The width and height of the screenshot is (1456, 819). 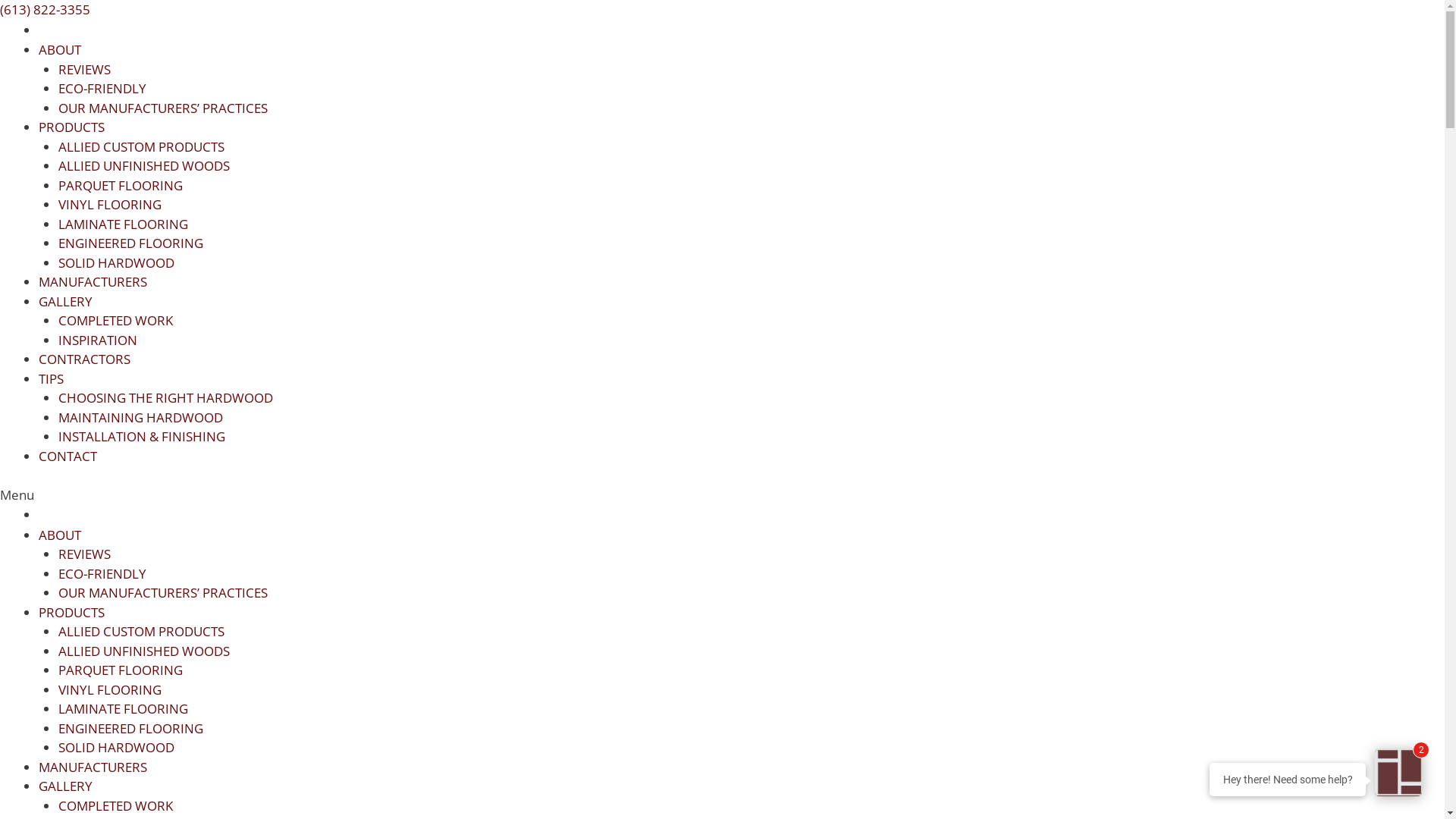 I want to click on 'PRODUCTS', so click(x=71, y=611).